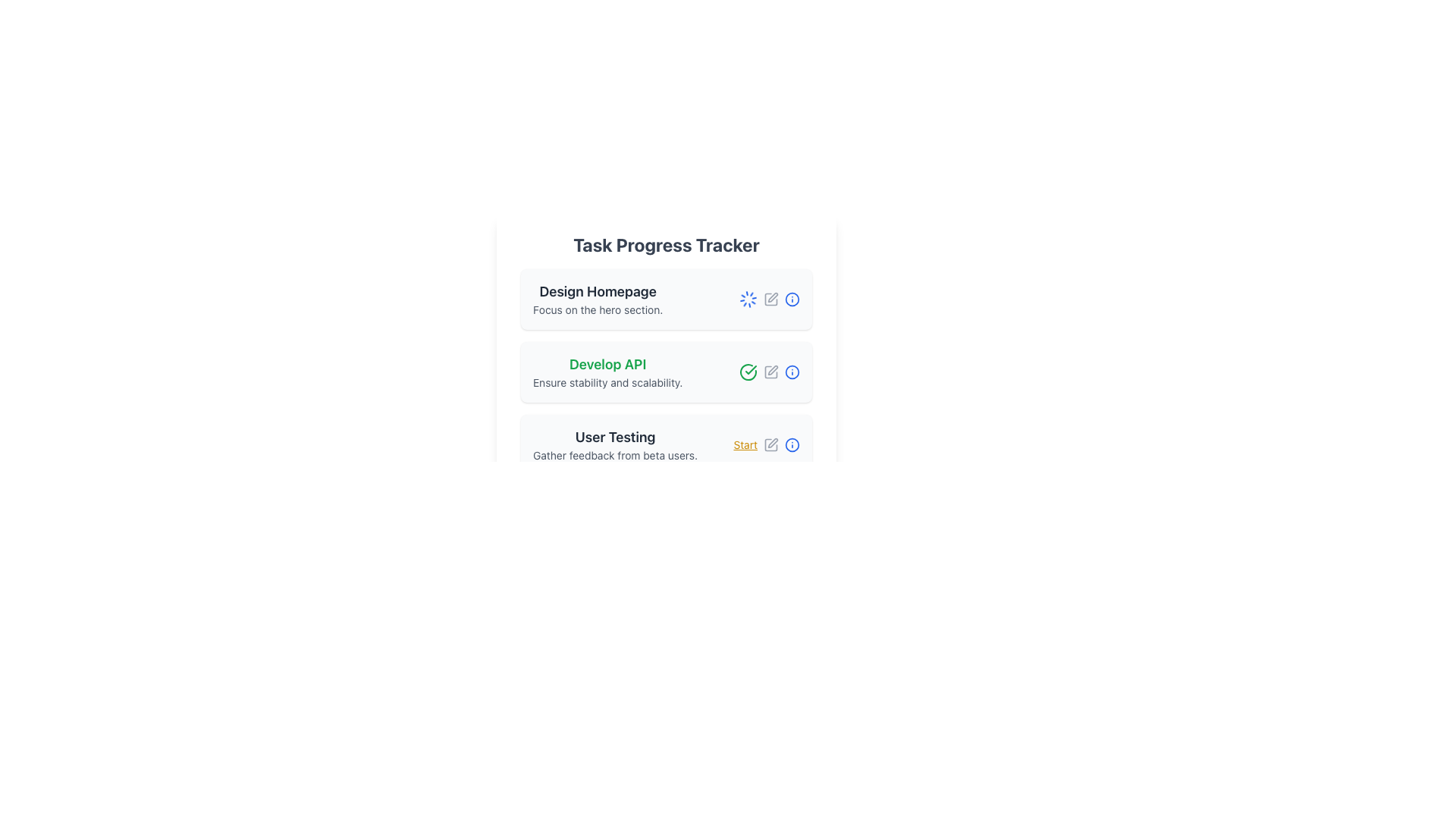  Describe the element at coordinates (607, 365) in the screenshot. I see `the title text element that serves as the primary identifier for the task card, which is positioned above the text 'Ensure stability and scalability.' in the second task card under 'Task Progress Tracker.'` at that location.